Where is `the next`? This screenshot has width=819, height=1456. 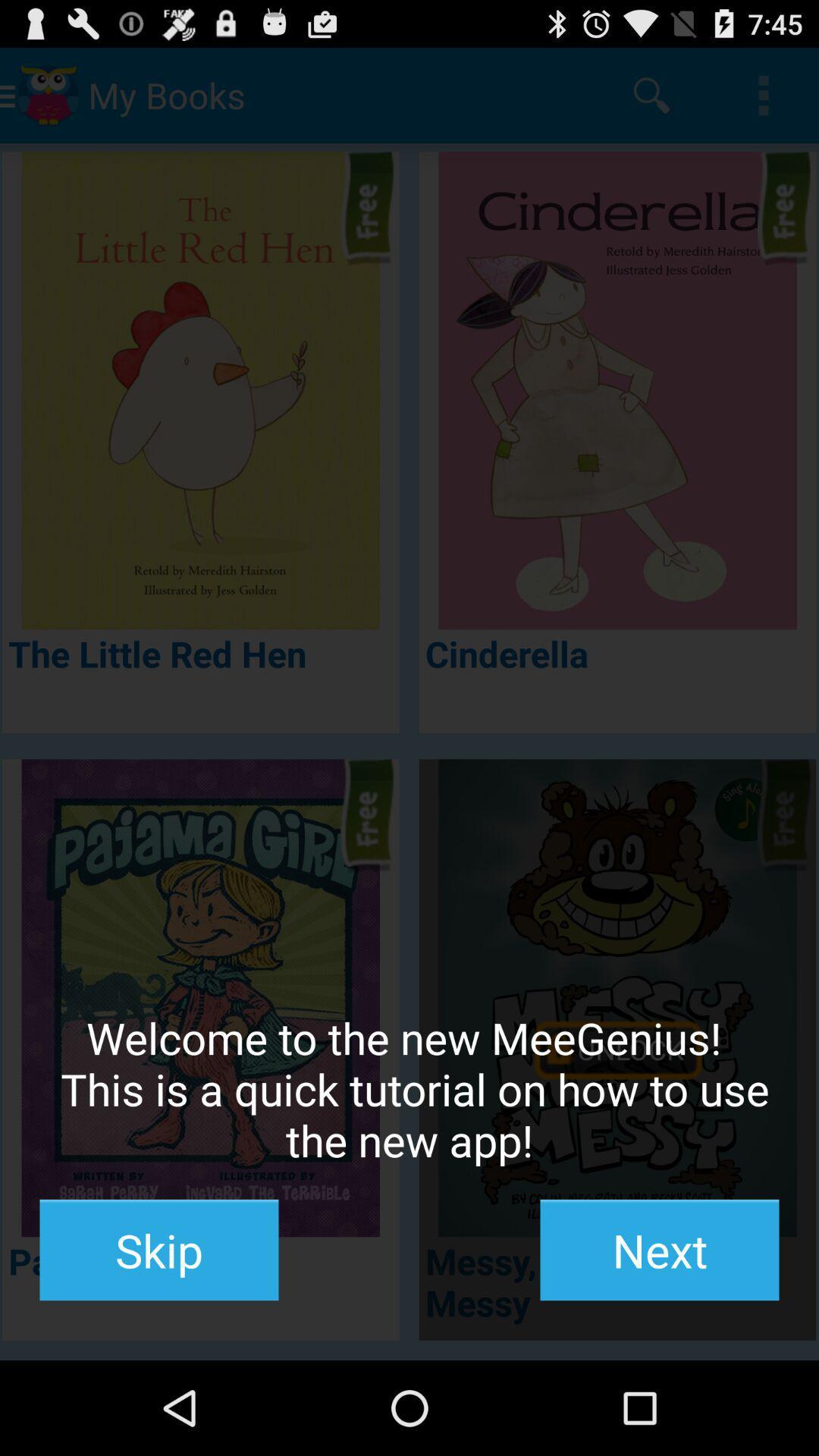 the next is located at coordinates (659, 1250).